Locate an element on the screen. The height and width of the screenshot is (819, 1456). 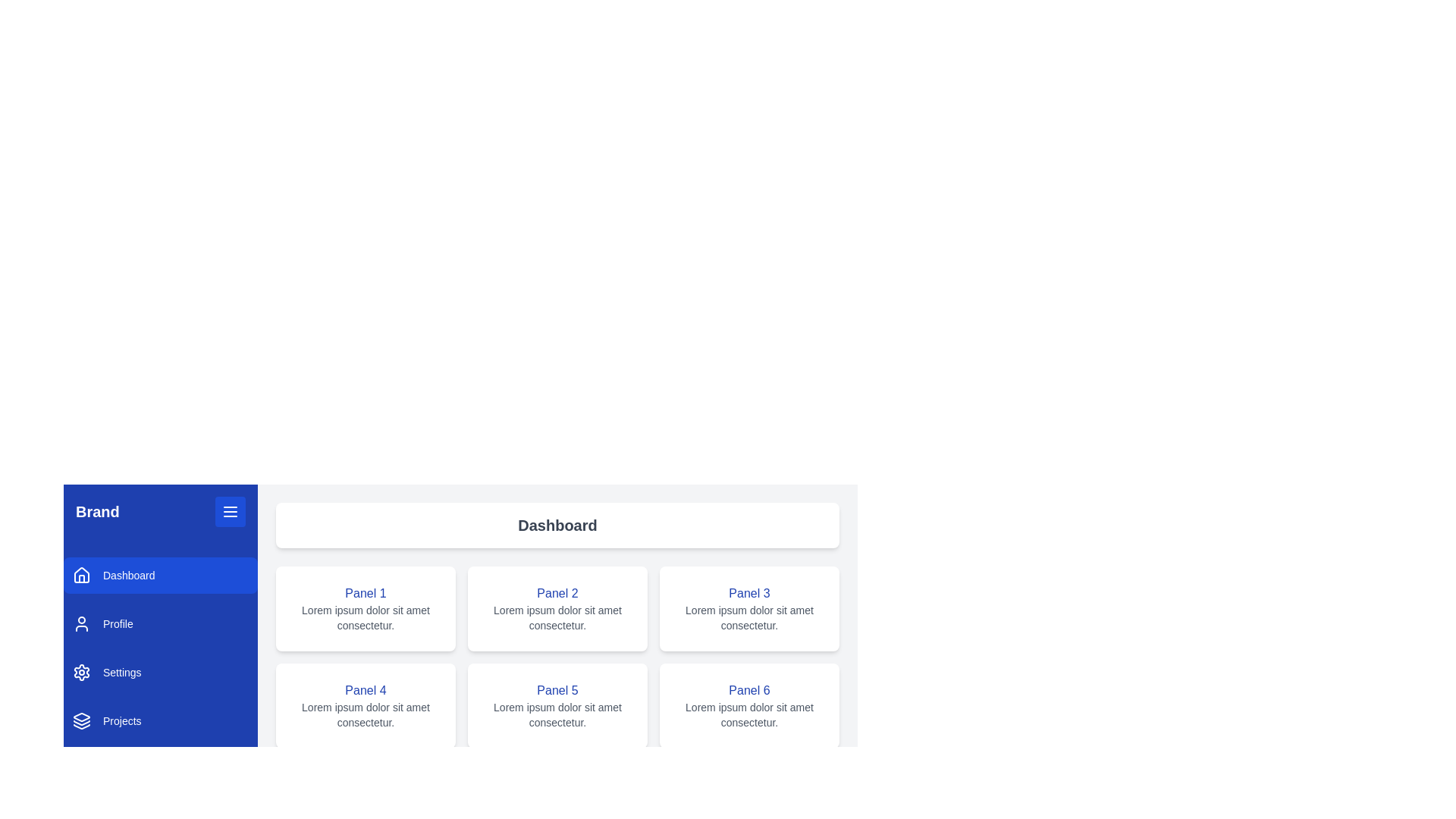
the 'Dashboard' menu item icon, which is a house icon located on the left-hand sidebar with a blue background and white text is located at coordinates (81, 575).